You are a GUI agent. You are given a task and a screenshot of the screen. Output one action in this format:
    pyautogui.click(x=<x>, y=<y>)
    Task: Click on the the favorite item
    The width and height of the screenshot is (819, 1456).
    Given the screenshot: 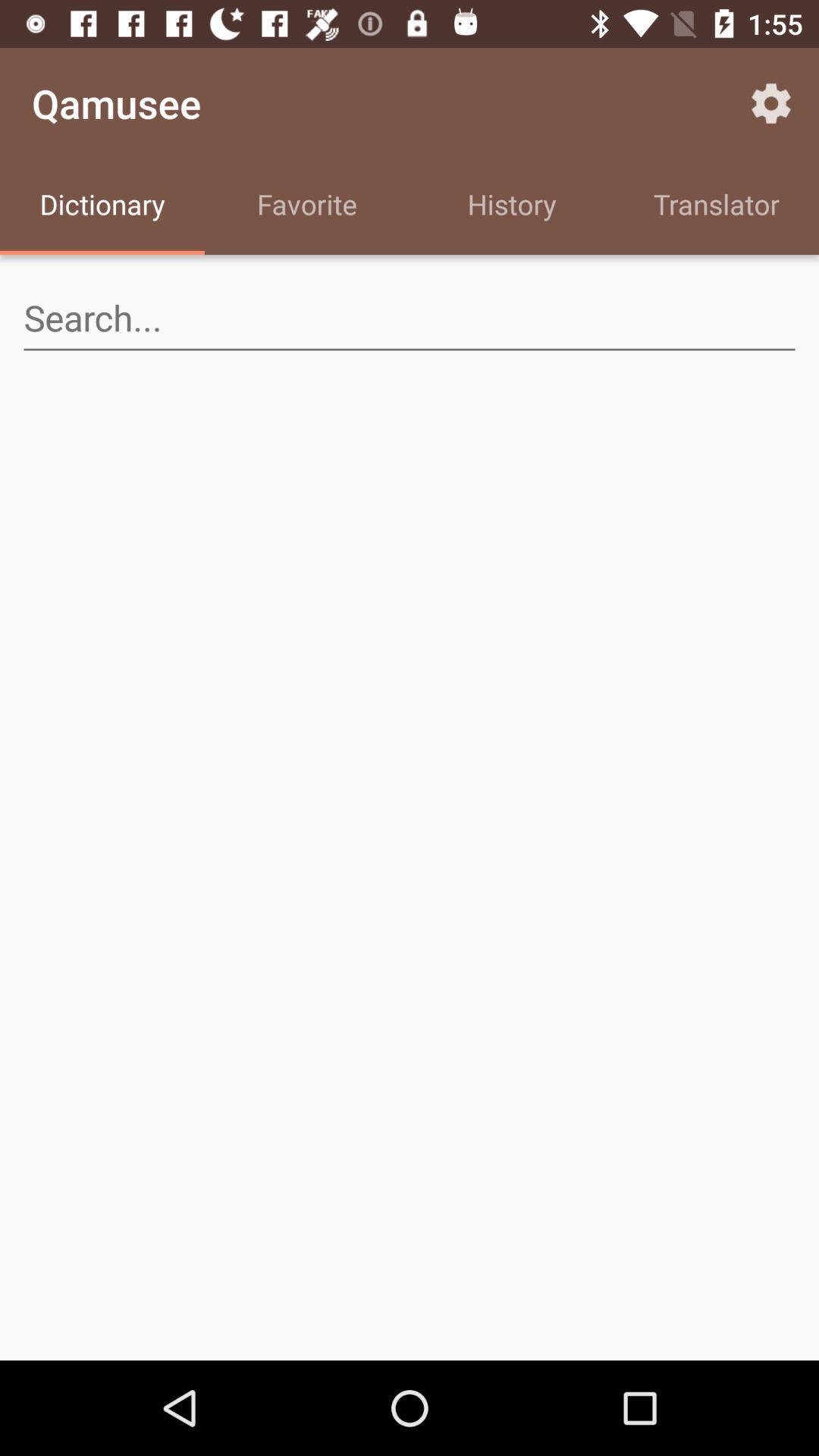 What is the action you would take?
    pyautogui.click(x=307, y=206)
    